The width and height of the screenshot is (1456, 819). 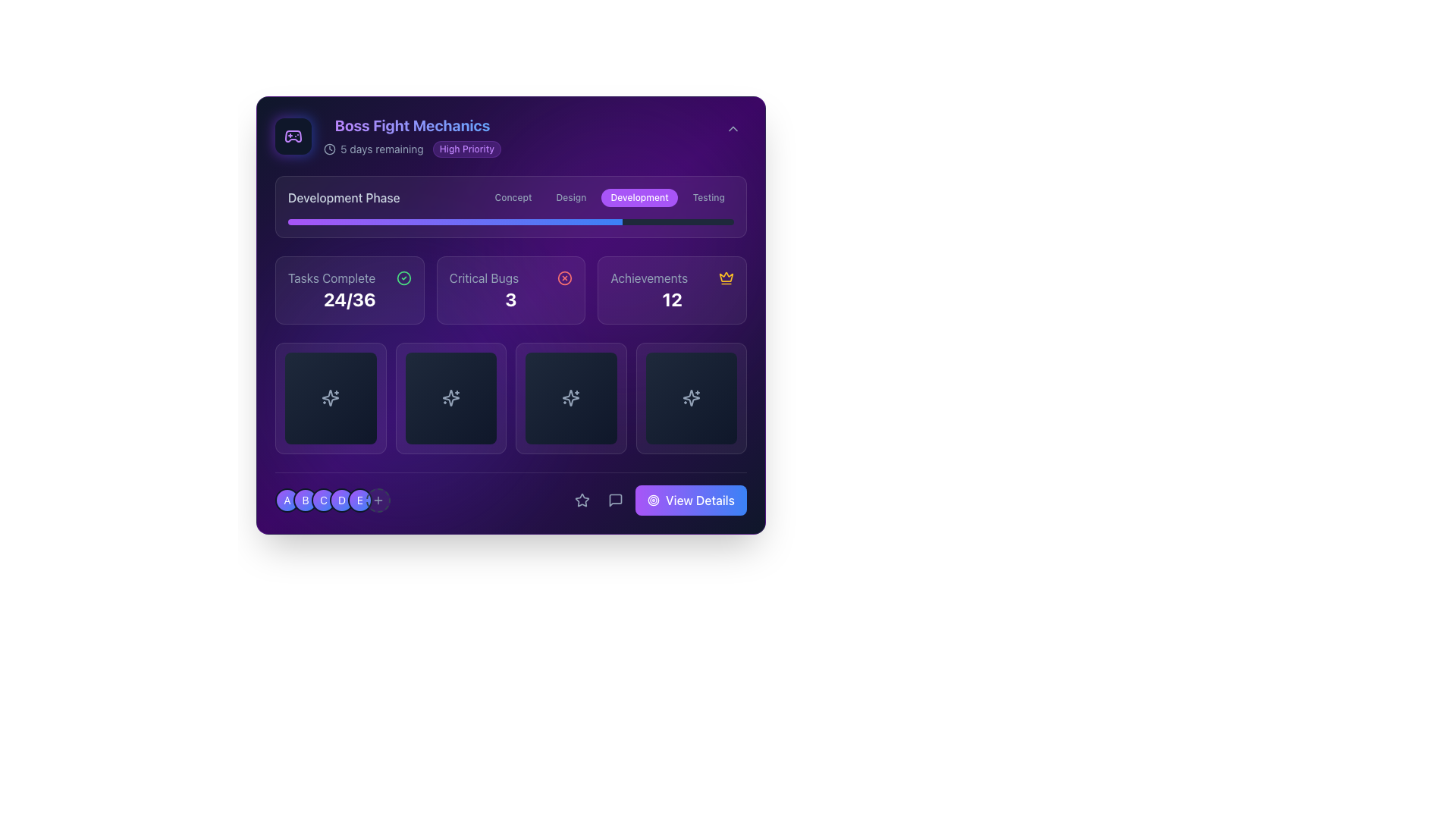 What do you see at coordinates (454, 222) in the screenshot?
I see `the filled portion of the progress bar segment representing the 'Development Phase' progress level, which is styled with a gradient background transitioning from purple to blue` at bounding box center [454, 222].